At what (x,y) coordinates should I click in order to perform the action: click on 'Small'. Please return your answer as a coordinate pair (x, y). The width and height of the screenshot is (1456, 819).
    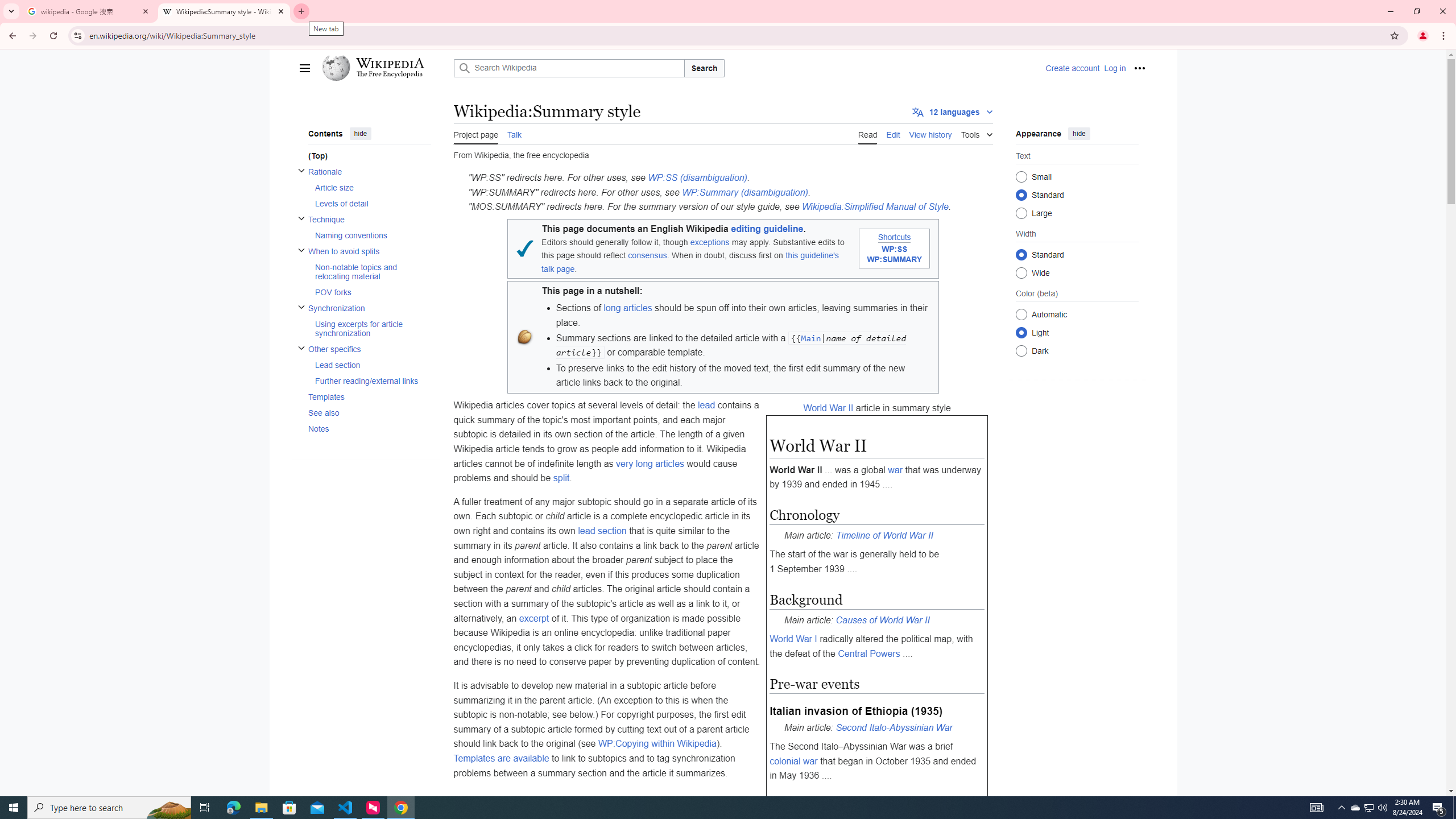
    Looking at the image, I should click on (1020, 176).